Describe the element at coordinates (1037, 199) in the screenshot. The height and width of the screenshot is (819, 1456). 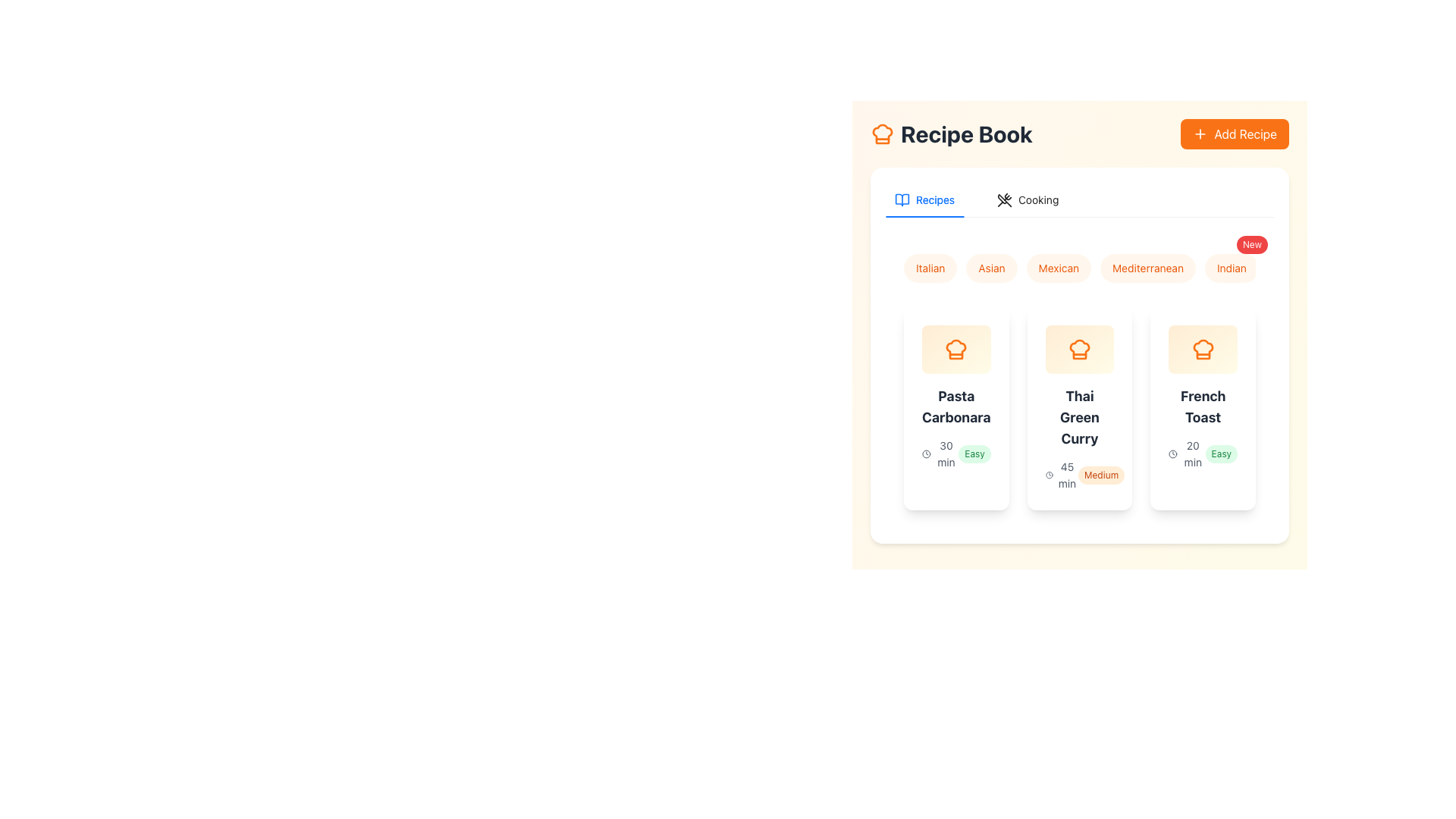
I see `the text label indicating a section or category related` at that location.